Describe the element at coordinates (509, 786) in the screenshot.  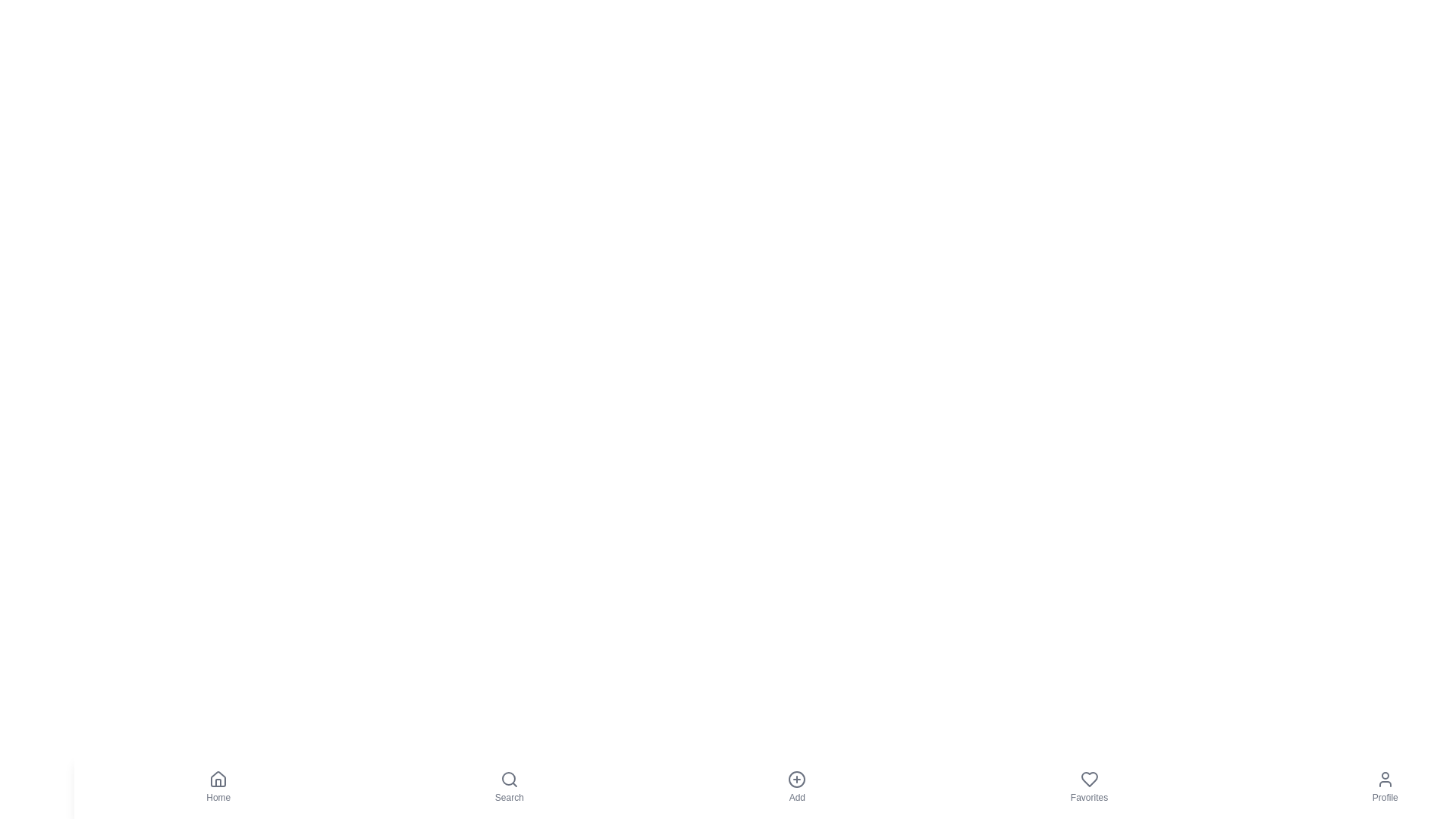
I see `the 'Search' button located in the navigation bar, which features a circular magnifying glass icon above the text 'Search', to initiate search` at that location.